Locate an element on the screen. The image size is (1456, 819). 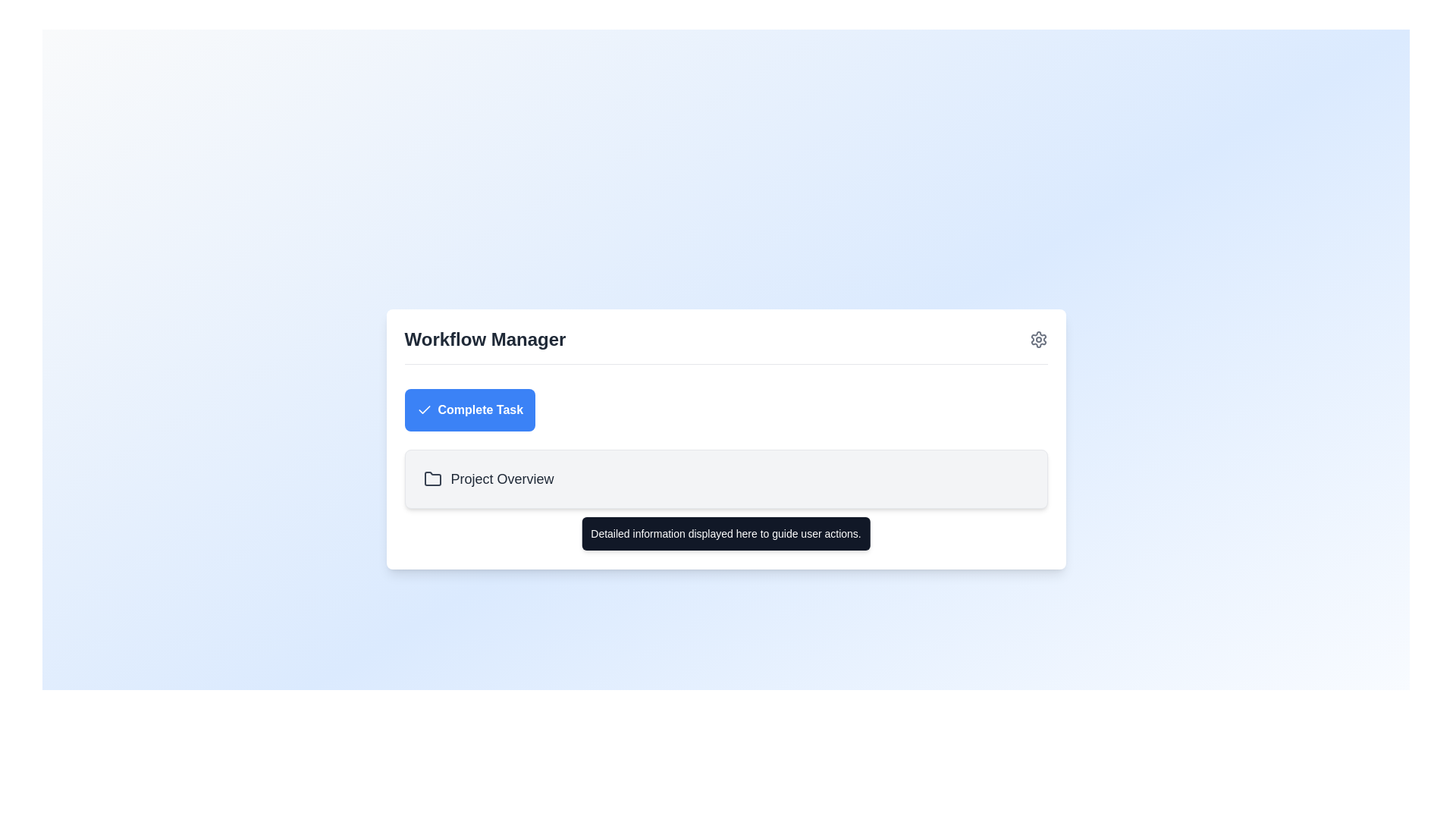
the button for completing a task located below the 'Workflow Manager' title and above the 'Project Overview' list is located at coordinates (469, 409).